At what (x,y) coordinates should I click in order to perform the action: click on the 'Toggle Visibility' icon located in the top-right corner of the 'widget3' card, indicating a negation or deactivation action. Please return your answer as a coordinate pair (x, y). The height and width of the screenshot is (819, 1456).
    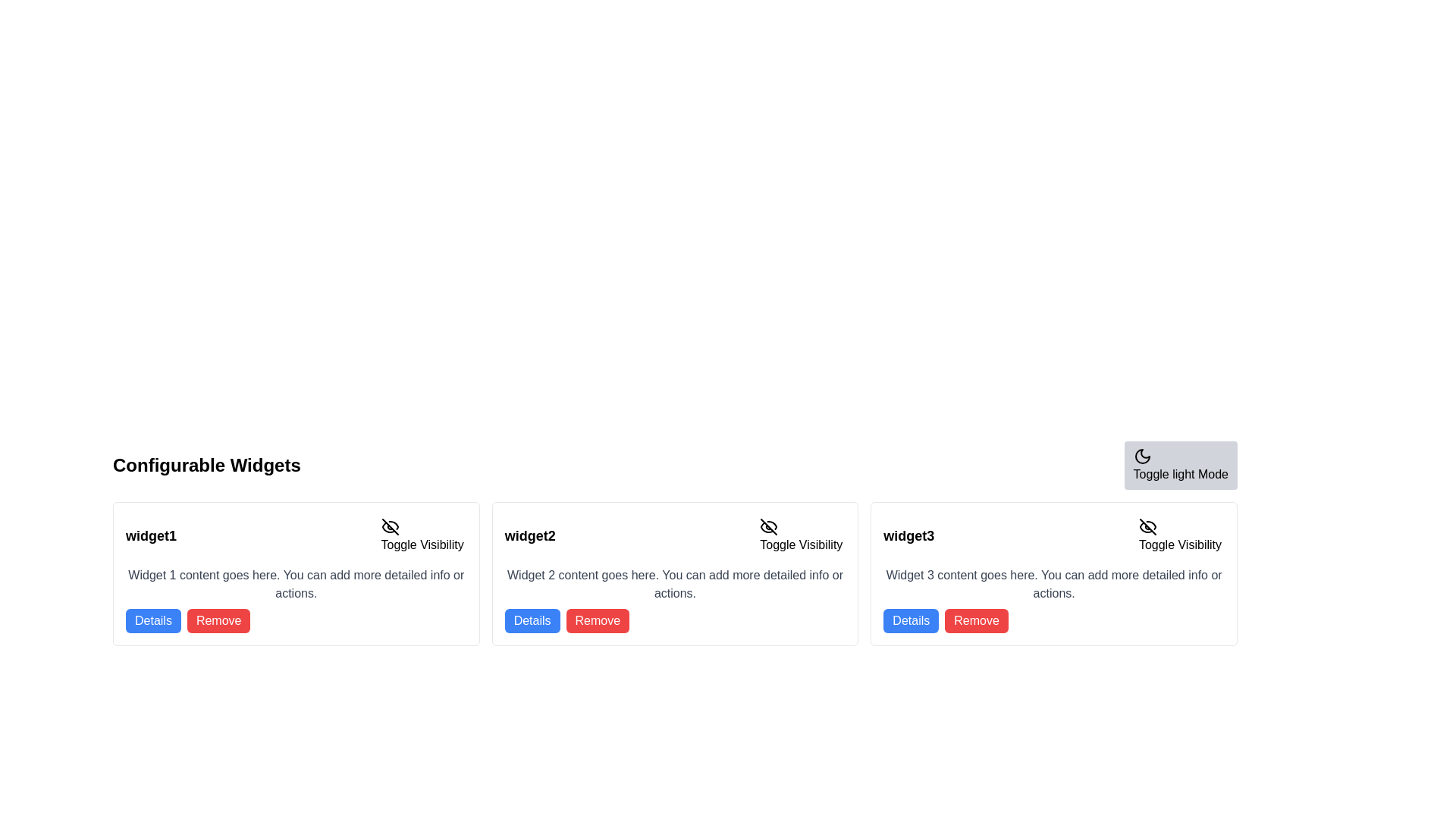
    Looking at the image, I should click on (1147, 526).